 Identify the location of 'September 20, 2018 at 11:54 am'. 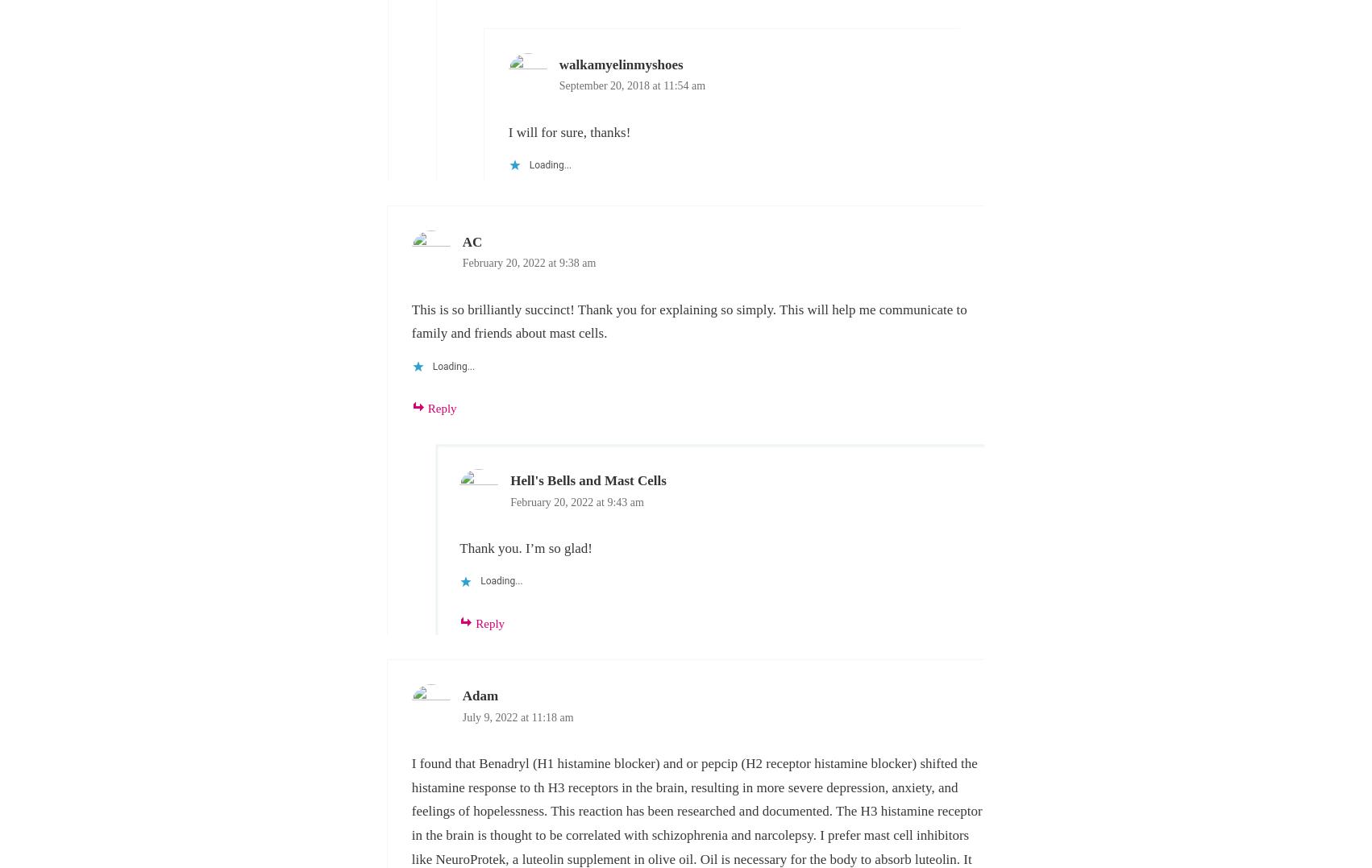
(559, 85).